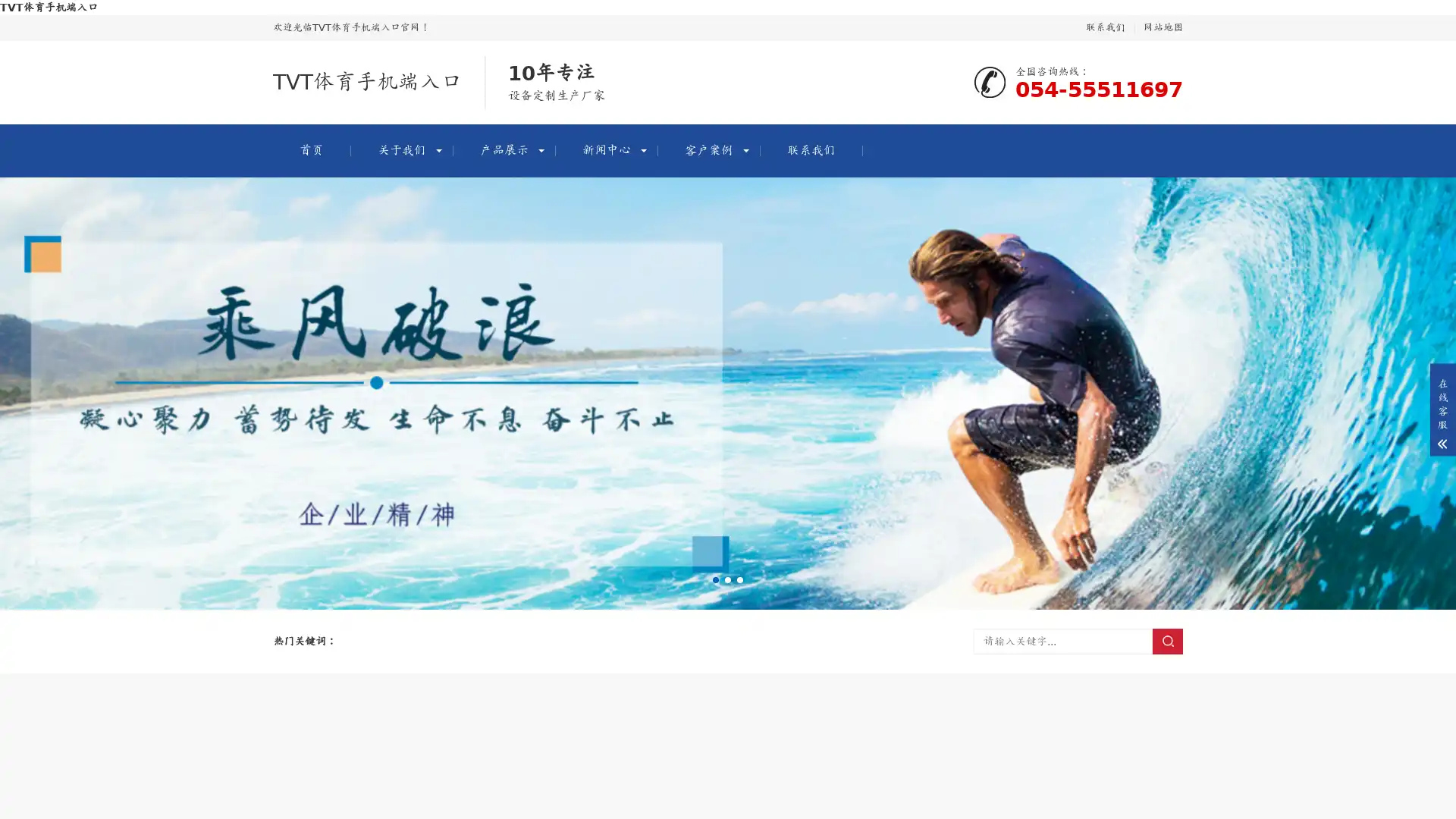  What do you see at coordinates (728, 579) in the screenshot?
I see `Go to slide 2` at bounding box center [728, 579].